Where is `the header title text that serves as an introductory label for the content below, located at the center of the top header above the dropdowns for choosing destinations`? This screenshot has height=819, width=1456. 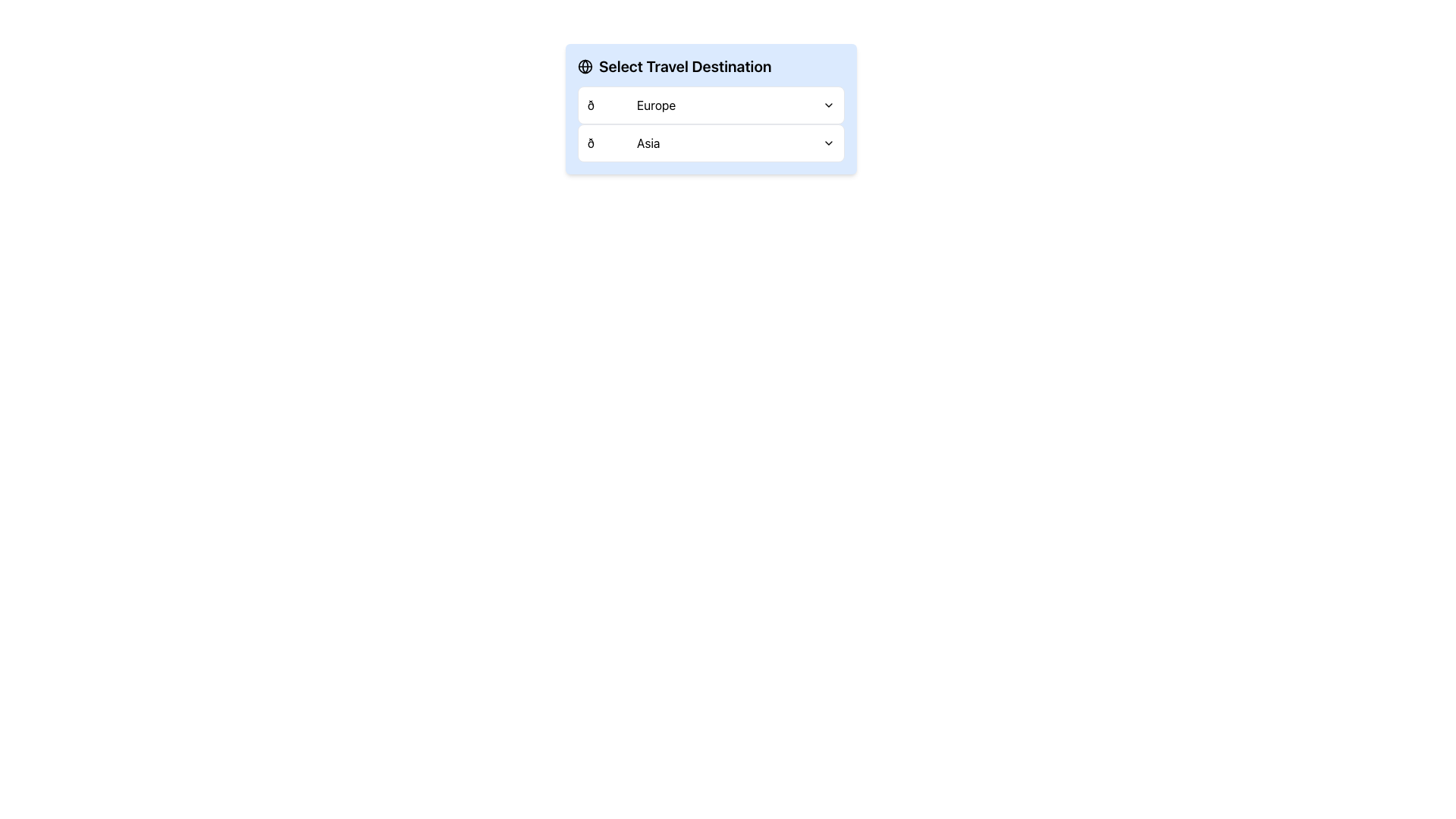 the header title text that serves as an introductory label for the content below, located at the center of the top header above the dropdowns for choosing destinations is located at coordinates (684, 66).